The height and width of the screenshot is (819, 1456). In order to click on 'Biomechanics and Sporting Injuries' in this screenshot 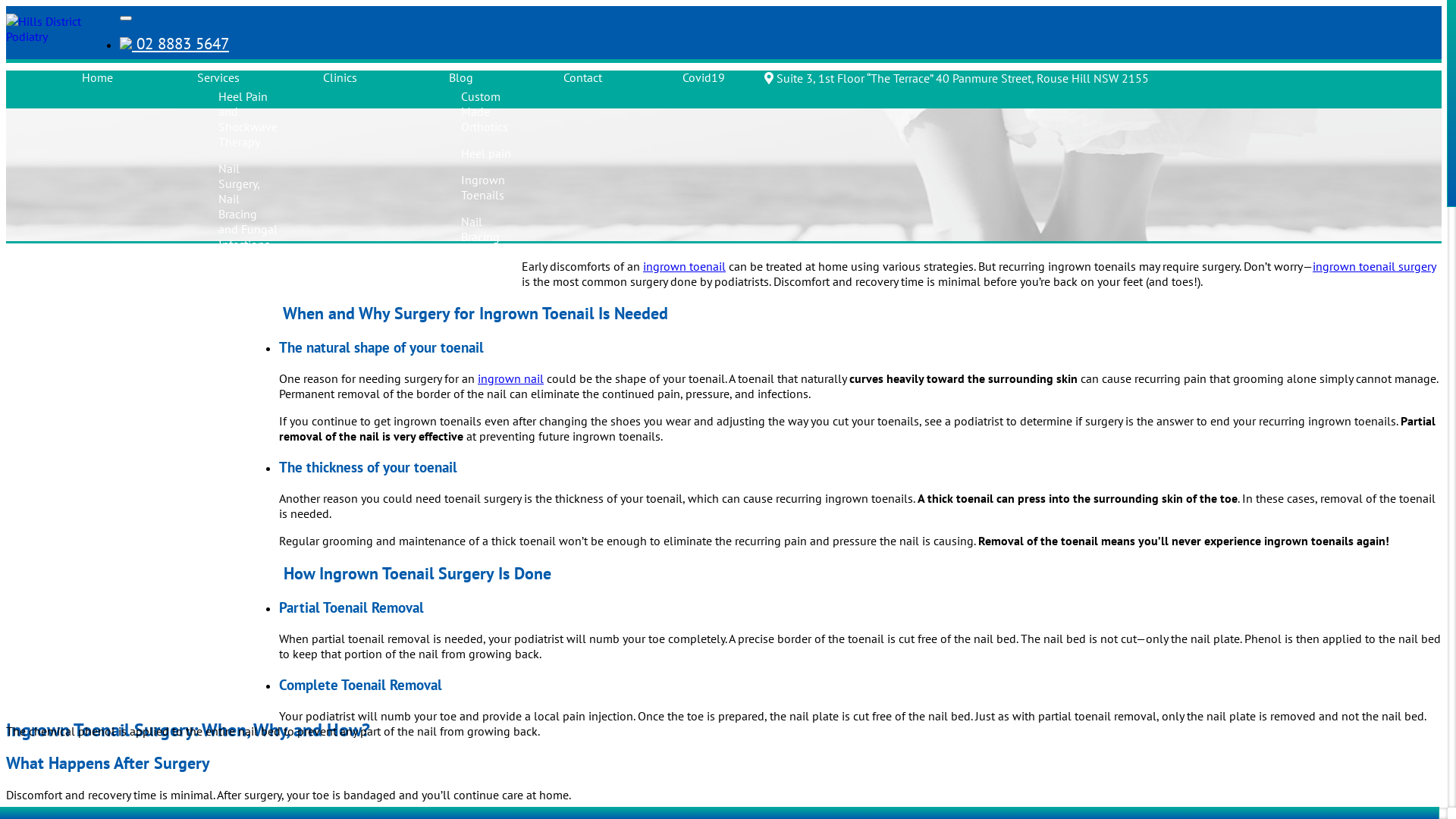, I will do `click(254, 494)`.